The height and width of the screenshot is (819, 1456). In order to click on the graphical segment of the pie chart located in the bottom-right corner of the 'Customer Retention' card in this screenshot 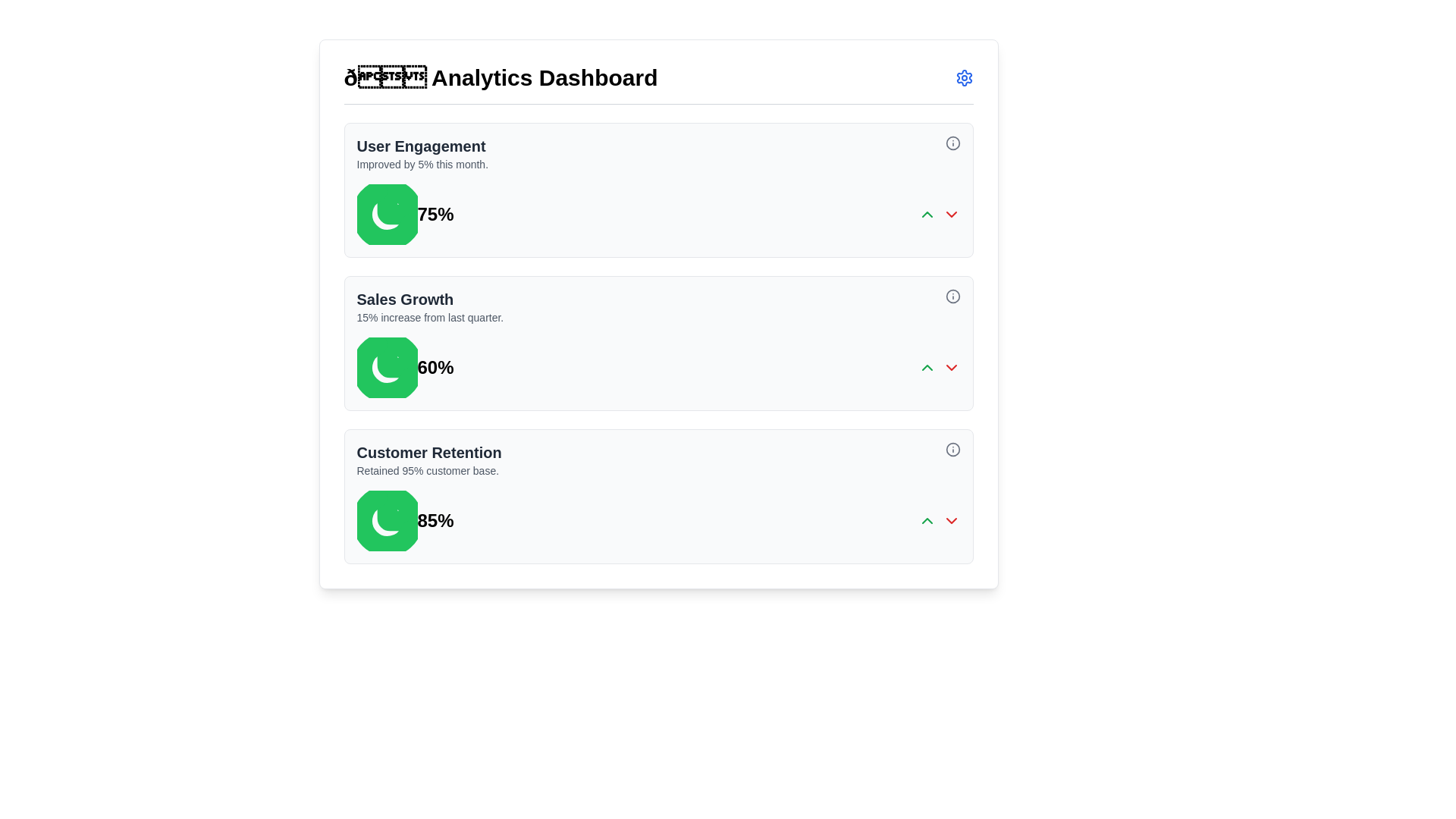, I will do `click(386, 521)`.